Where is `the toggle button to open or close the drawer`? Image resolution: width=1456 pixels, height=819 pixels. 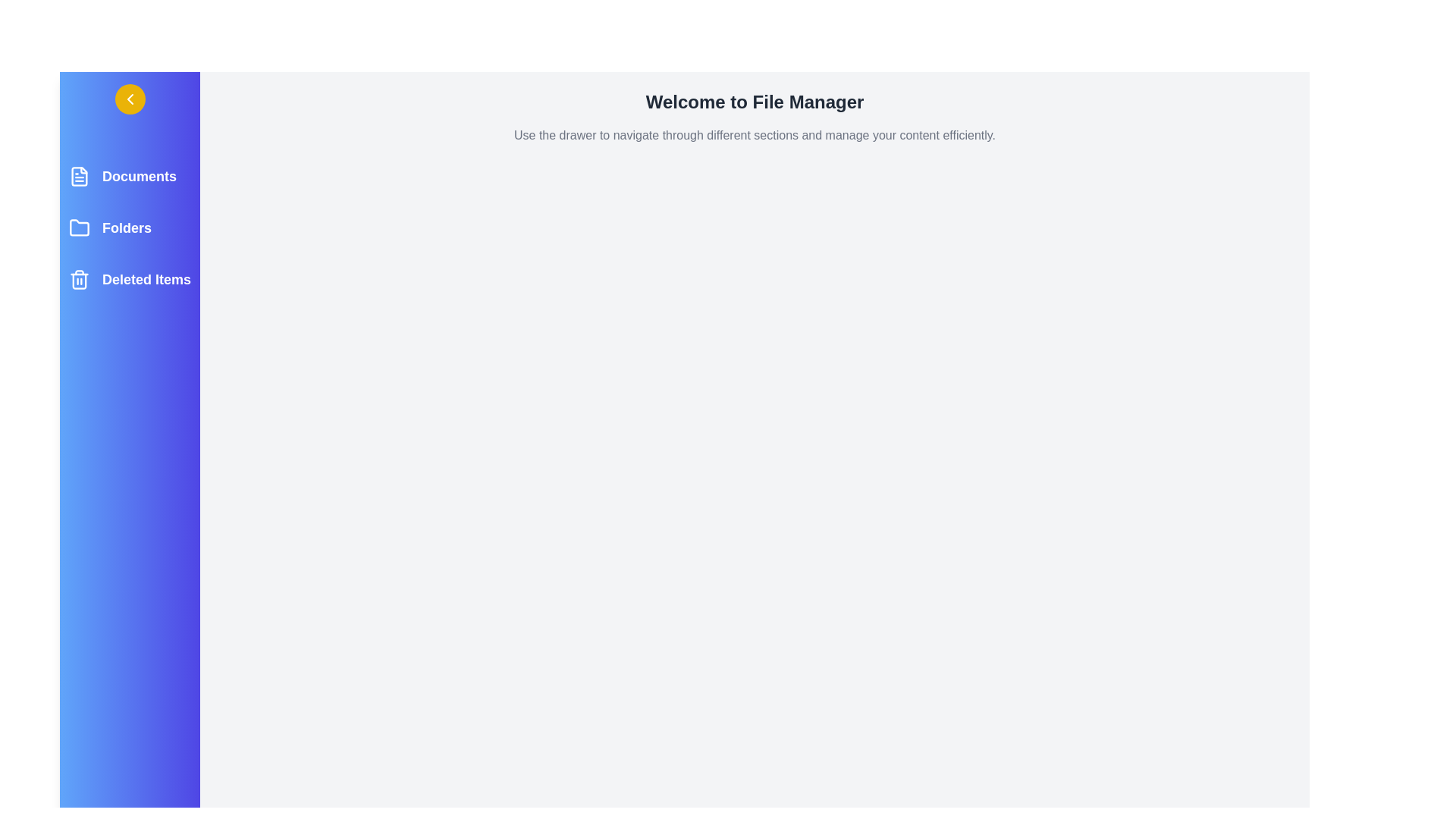 the toggle button to open or close the drawer is located at coordinates (130, 99).